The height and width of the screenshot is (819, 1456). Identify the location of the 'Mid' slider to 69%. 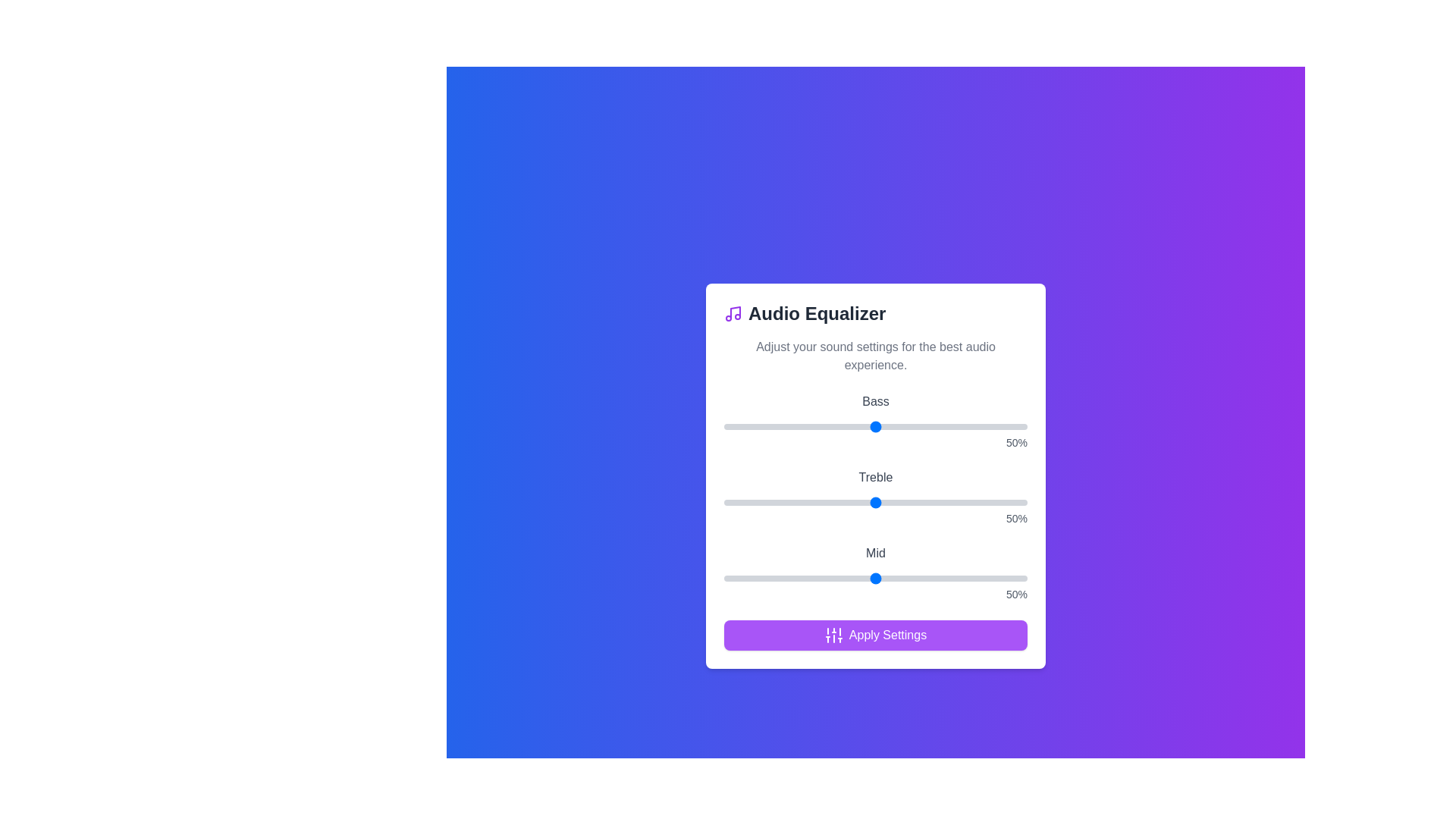
(932, 579).